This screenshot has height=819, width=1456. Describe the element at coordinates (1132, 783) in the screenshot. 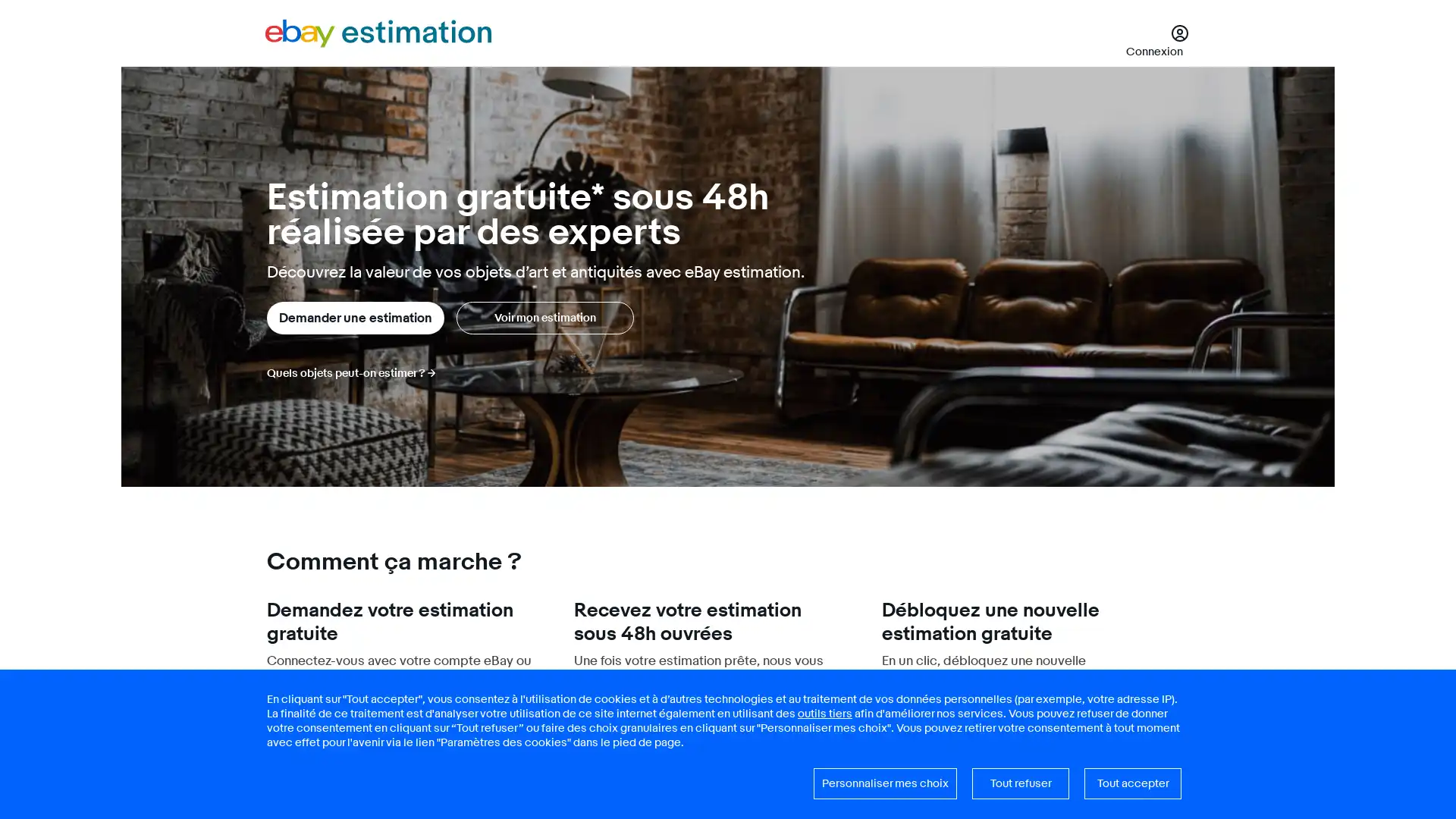

I see `Tout accepter` at that location.